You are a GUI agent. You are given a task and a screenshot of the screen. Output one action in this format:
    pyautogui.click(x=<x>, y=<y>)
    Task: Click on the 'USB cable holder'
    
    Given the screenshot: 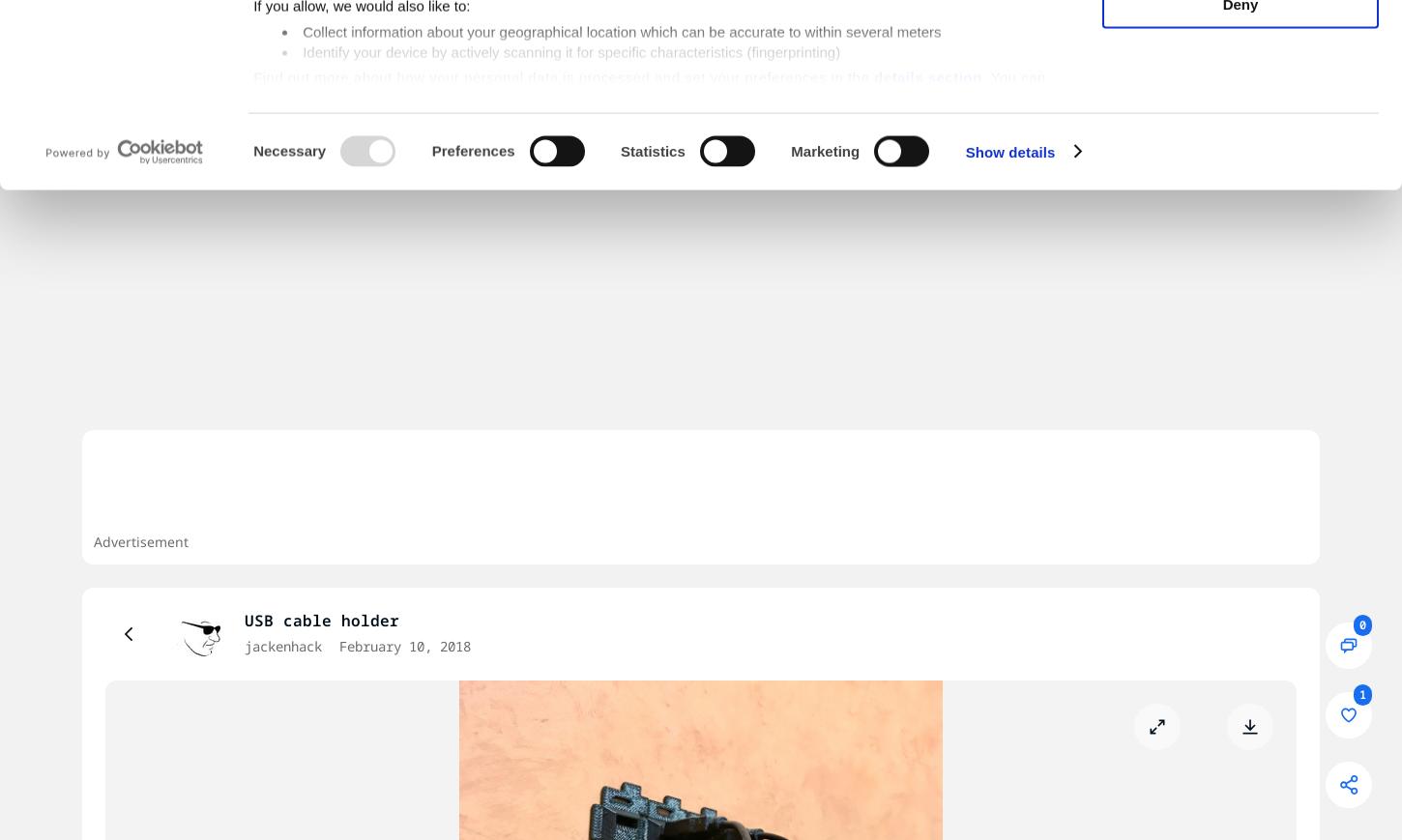 What is the action you would take?
    pyautogui.click(x=322, y=621)
    